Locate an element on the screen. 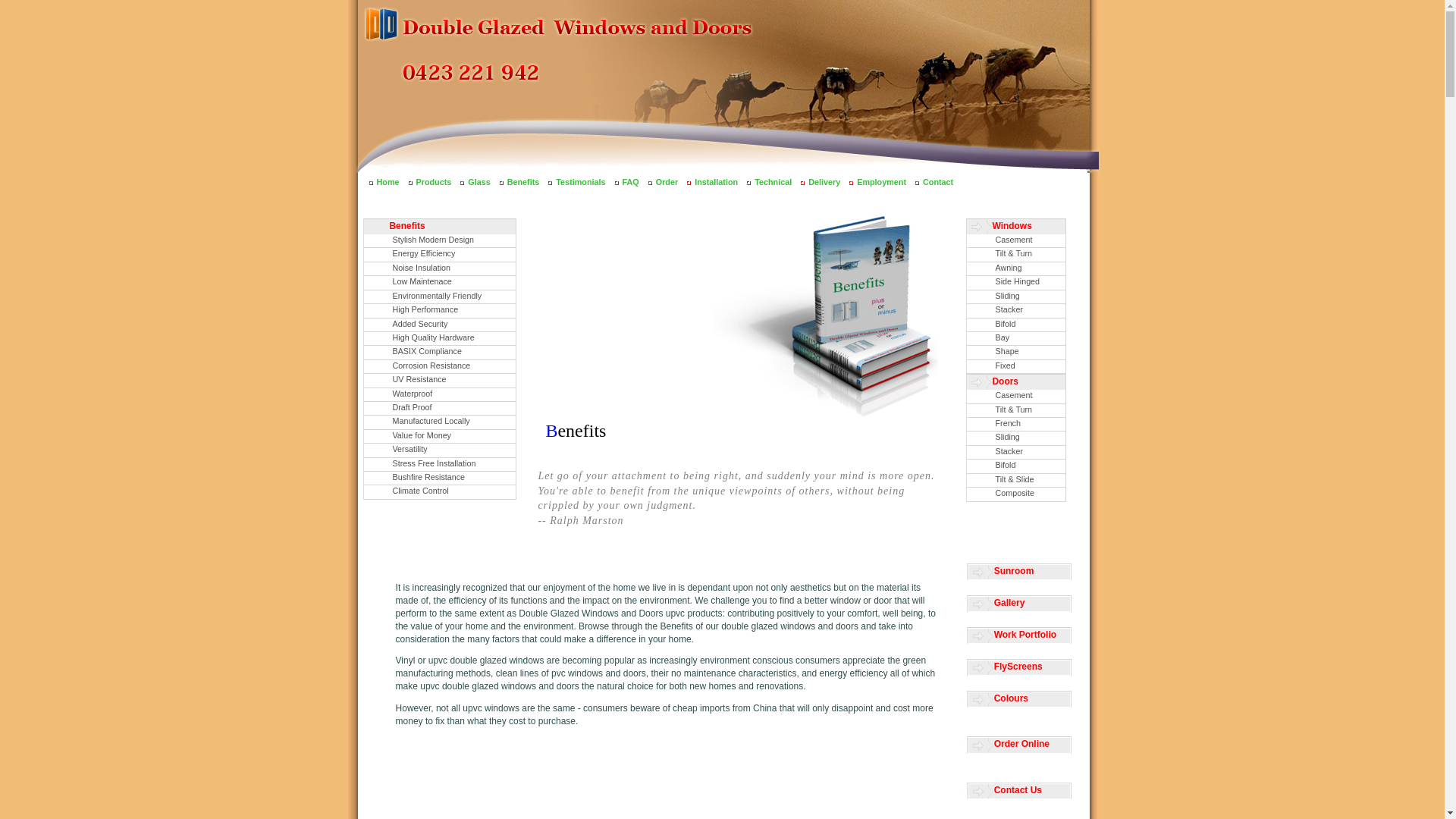 The height and width of the screenshot is (819, 1456). 'Technical' is located at coordinates (773, 180).